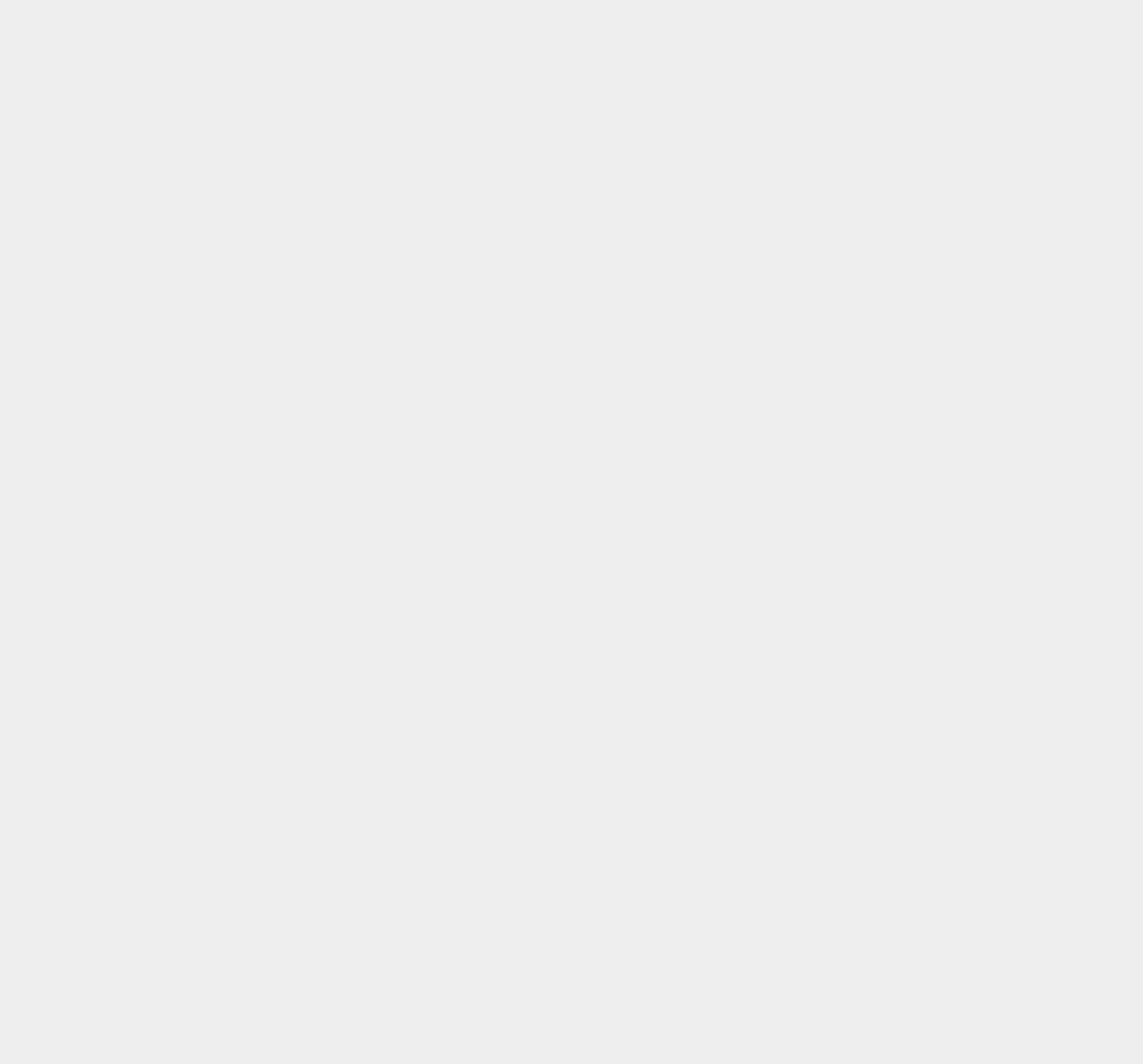 This screenshot has width=1143, height=1064. What do you see at coordinates (847, 837) in the screenshot?
I see `'Visual Studio'` at bounding box center [847, 837].